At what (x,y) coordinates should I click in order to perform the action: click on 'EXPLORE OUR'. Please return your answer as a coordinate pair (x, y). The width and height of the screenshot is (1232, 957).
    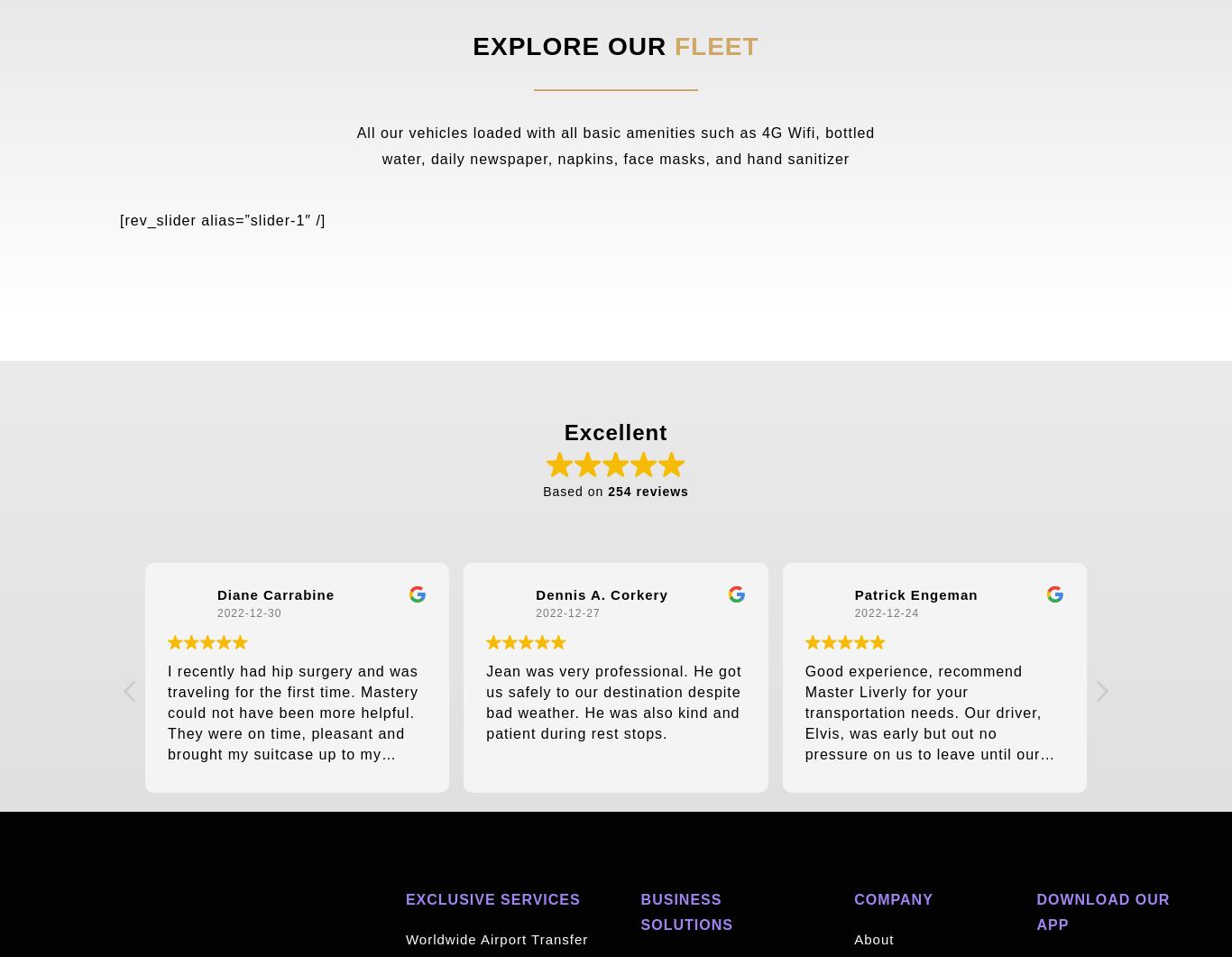
    Looking at the image, I should click on (572, 46).